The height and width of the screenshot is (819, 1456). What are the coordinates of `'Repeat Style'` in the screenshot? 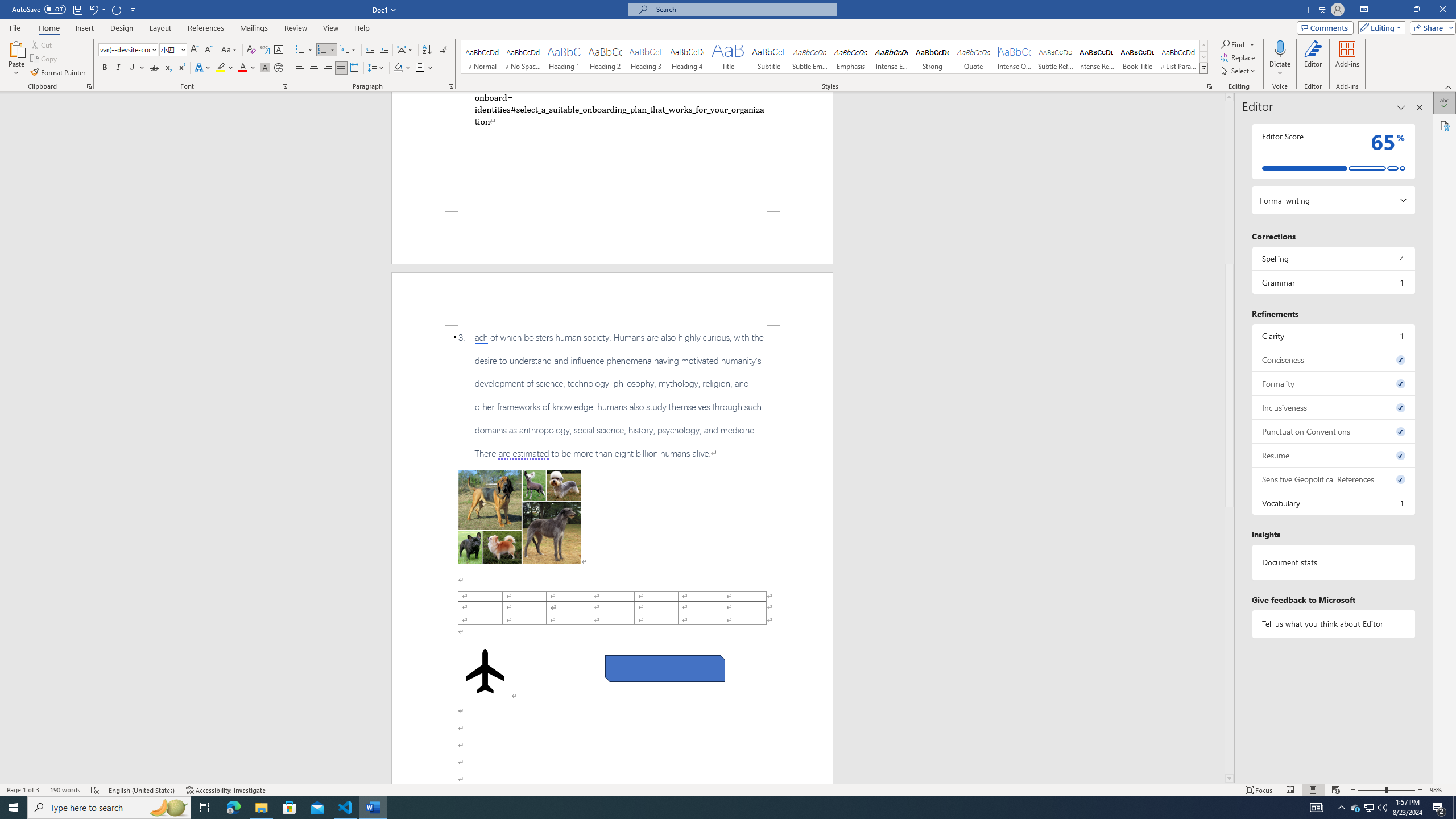 It's located at (117, 9).